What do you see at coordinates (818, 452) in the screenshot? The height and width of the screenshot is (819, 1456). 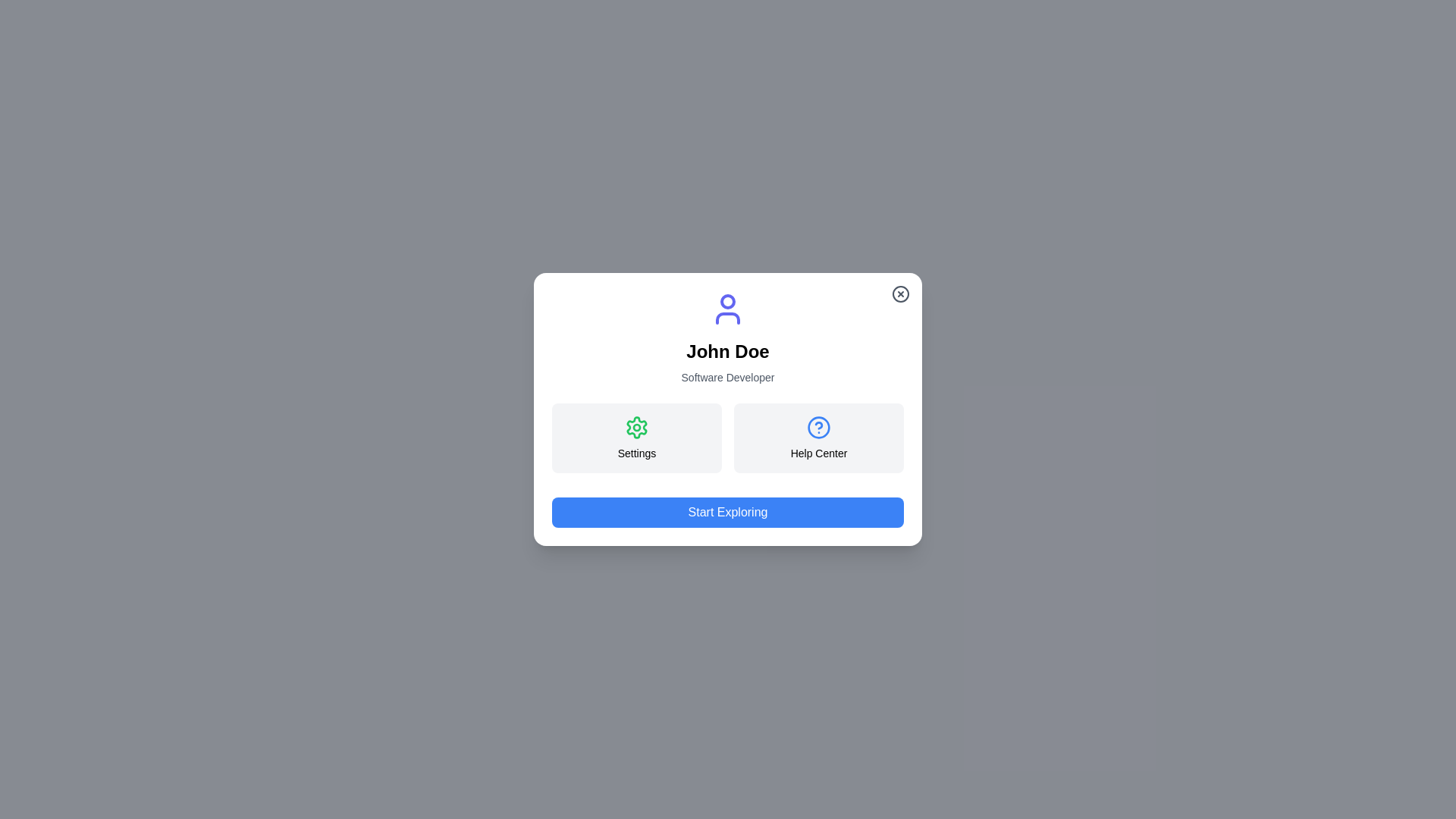 I see `the 'Help Center' text label located at the bottom-right corner of the card-like structure associated with a blue question mark icon` at bounding box center [818, 452].